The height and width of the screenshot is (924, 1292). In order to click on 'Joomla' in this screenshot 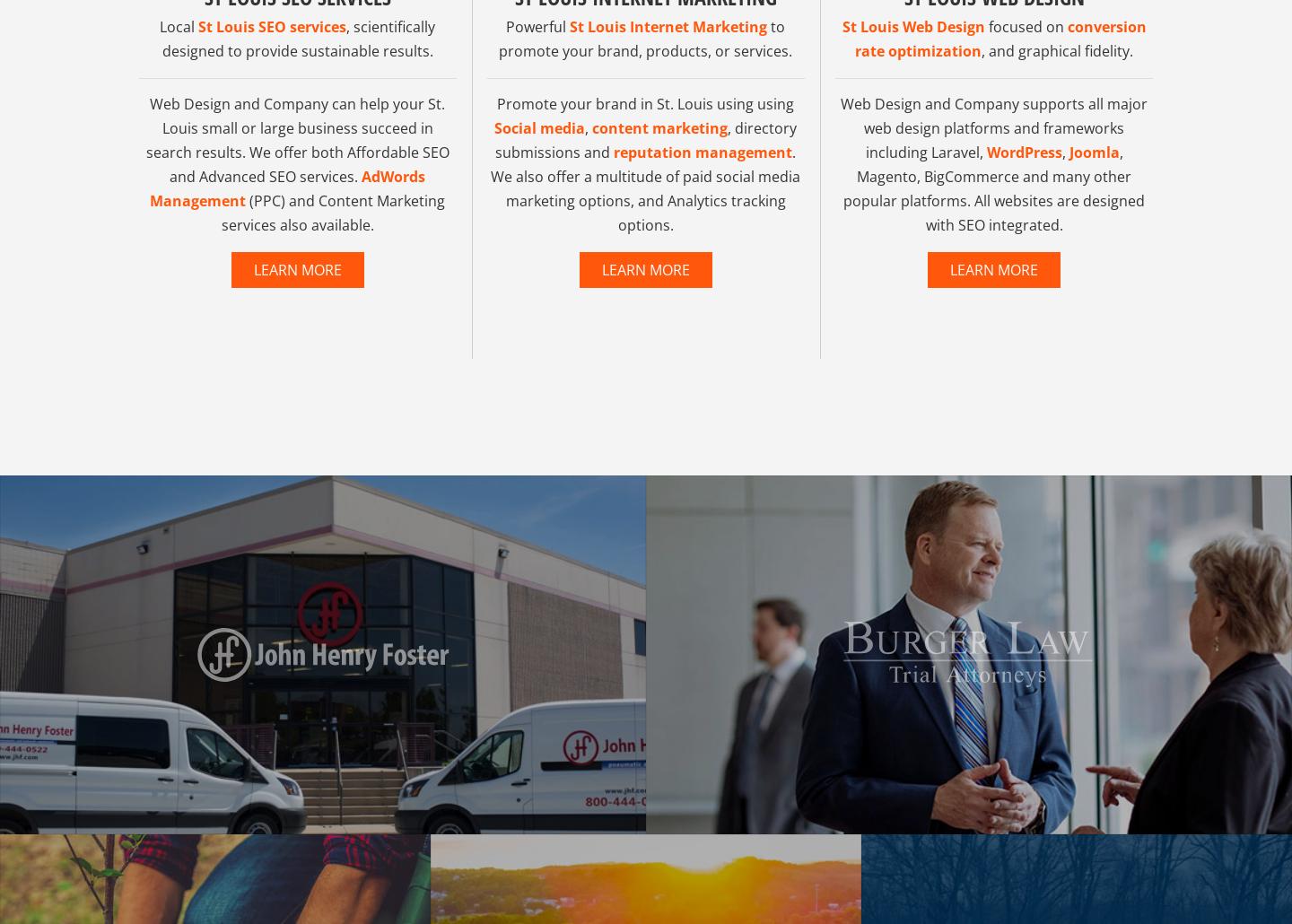, I will do `click(873, 234)`.